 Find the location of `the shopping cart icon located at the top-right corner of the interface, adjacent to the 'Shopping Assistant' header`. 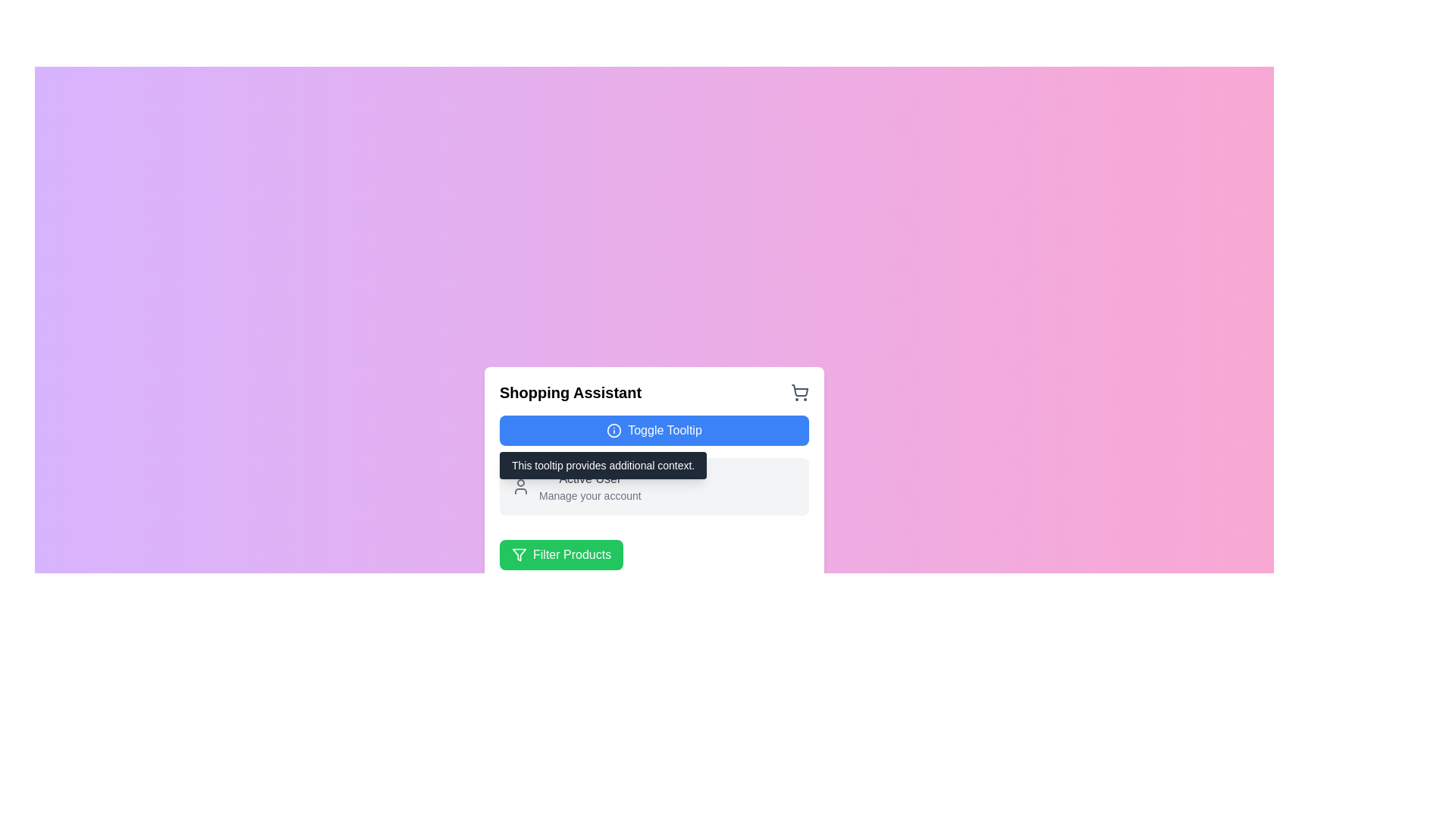

the shopping cart icon located at the top-right corner of the interface, adjacent to the 'Shopping Assistant' header is located at coordinates (799, 390).